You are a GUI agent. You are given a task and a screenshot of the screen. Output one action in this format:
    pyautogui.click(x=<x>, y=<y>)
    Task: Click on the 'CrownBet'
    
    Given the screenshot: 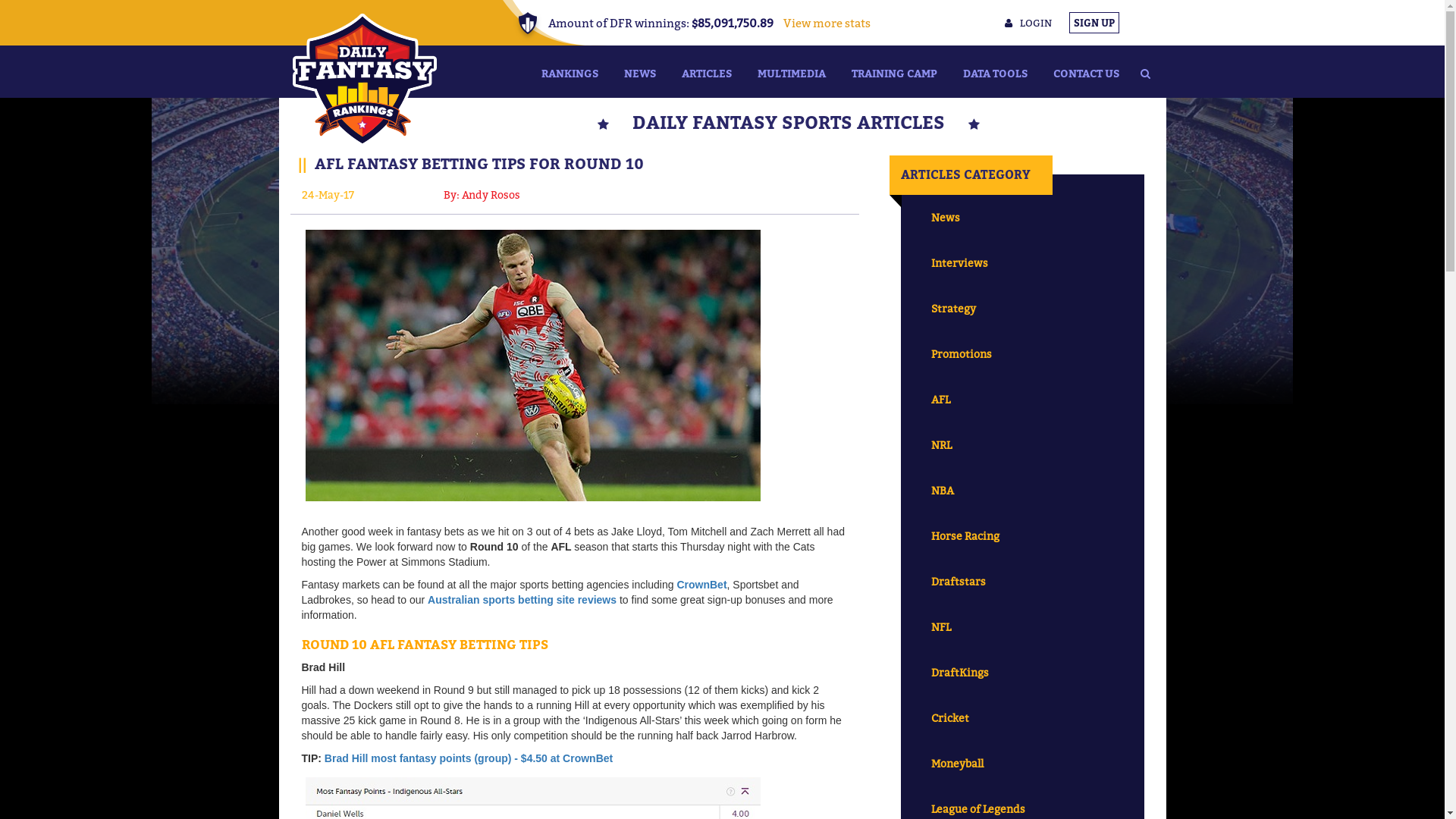 What is the action you would take?
    pyautogui.click(x=701, y=584)
    